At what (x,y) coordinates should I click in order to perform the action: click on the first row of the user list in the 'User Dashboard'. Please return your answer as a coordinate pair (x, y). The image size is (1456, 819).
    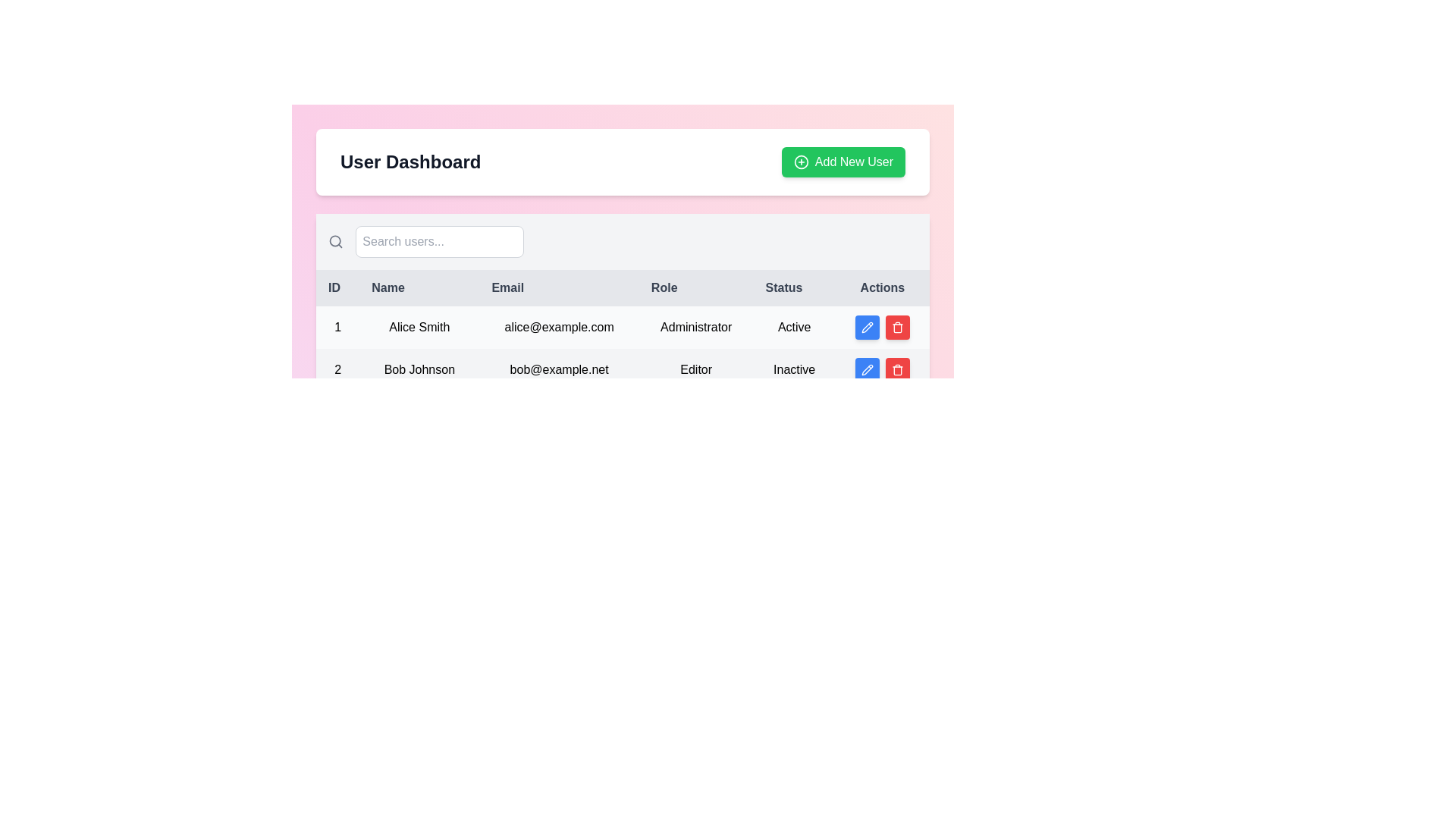
    Looking at the image, I should click on (623, 327).